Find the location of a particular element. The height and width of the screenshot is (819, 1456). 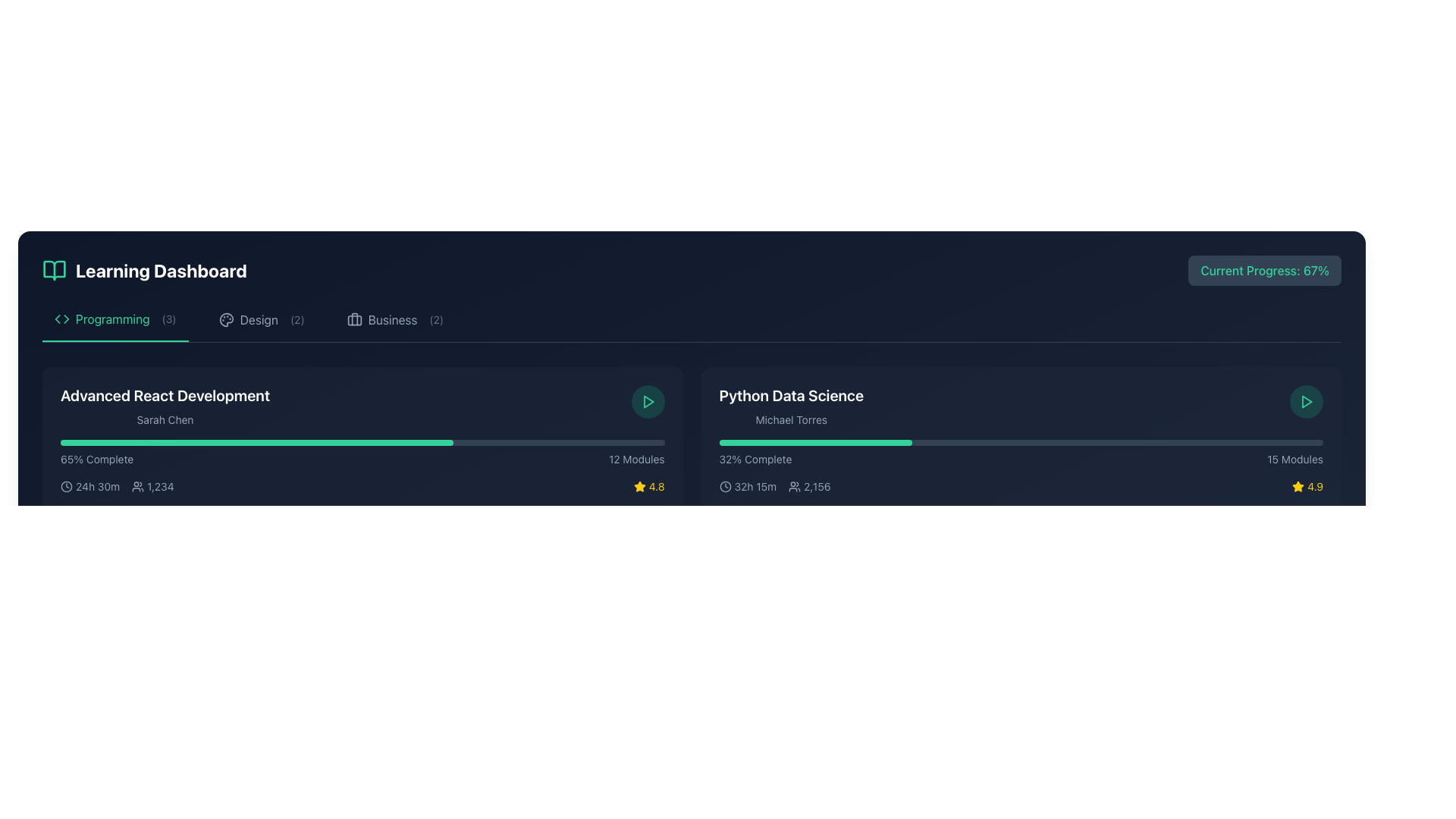

the Static Text Label displaying 'Current Progress: 67%' which is styled with a green font color in the upper-right corner of the interface is located at coordinates (1265, 270).